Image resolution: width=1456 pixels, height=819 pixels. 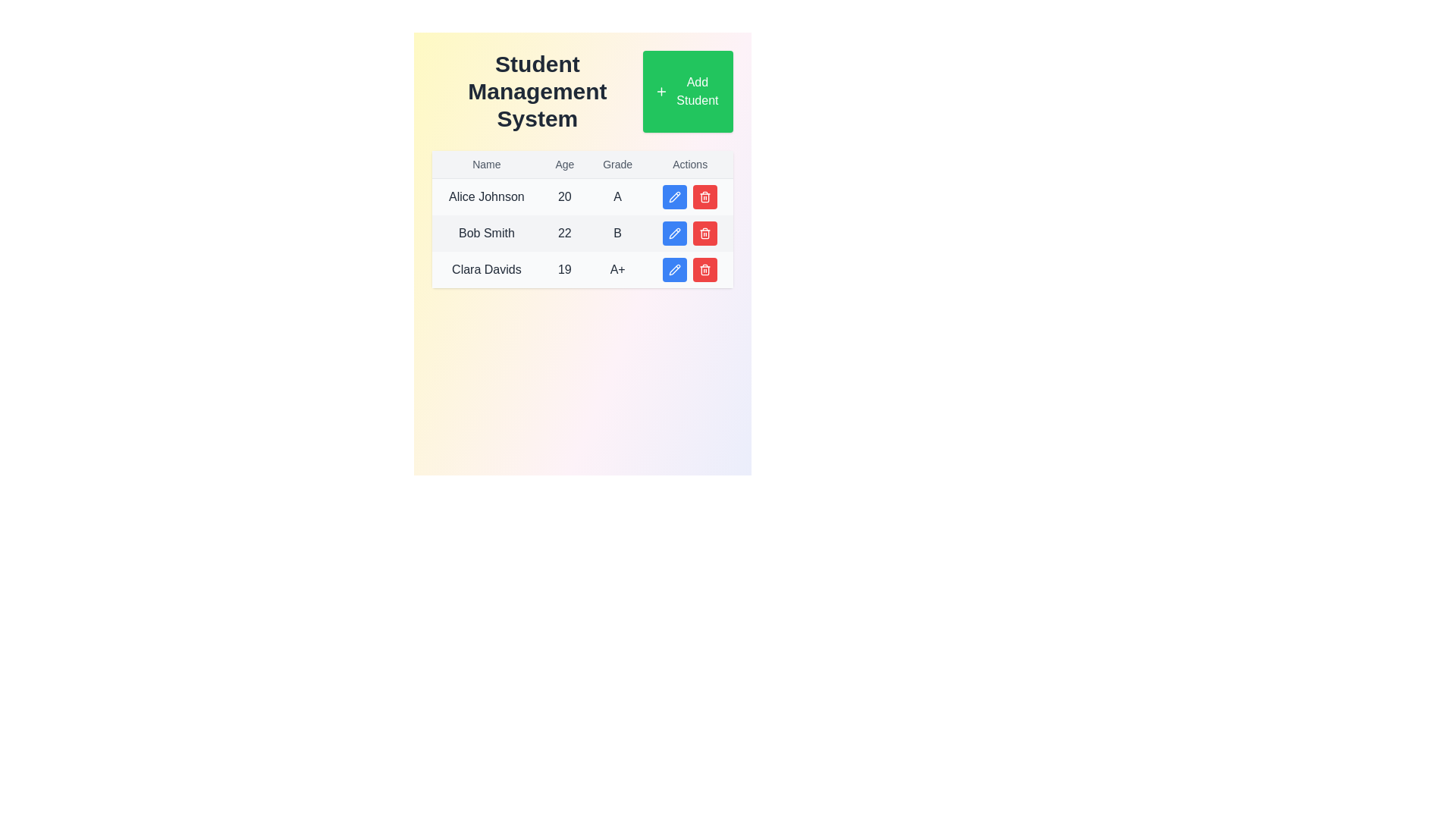 What do you see at coordinates (661, 91) in the screenshot?
I see `the '+' icon embedded in the green 'Add Student' button located at the top-right portion of the layout` at bounding box center [661, 91].